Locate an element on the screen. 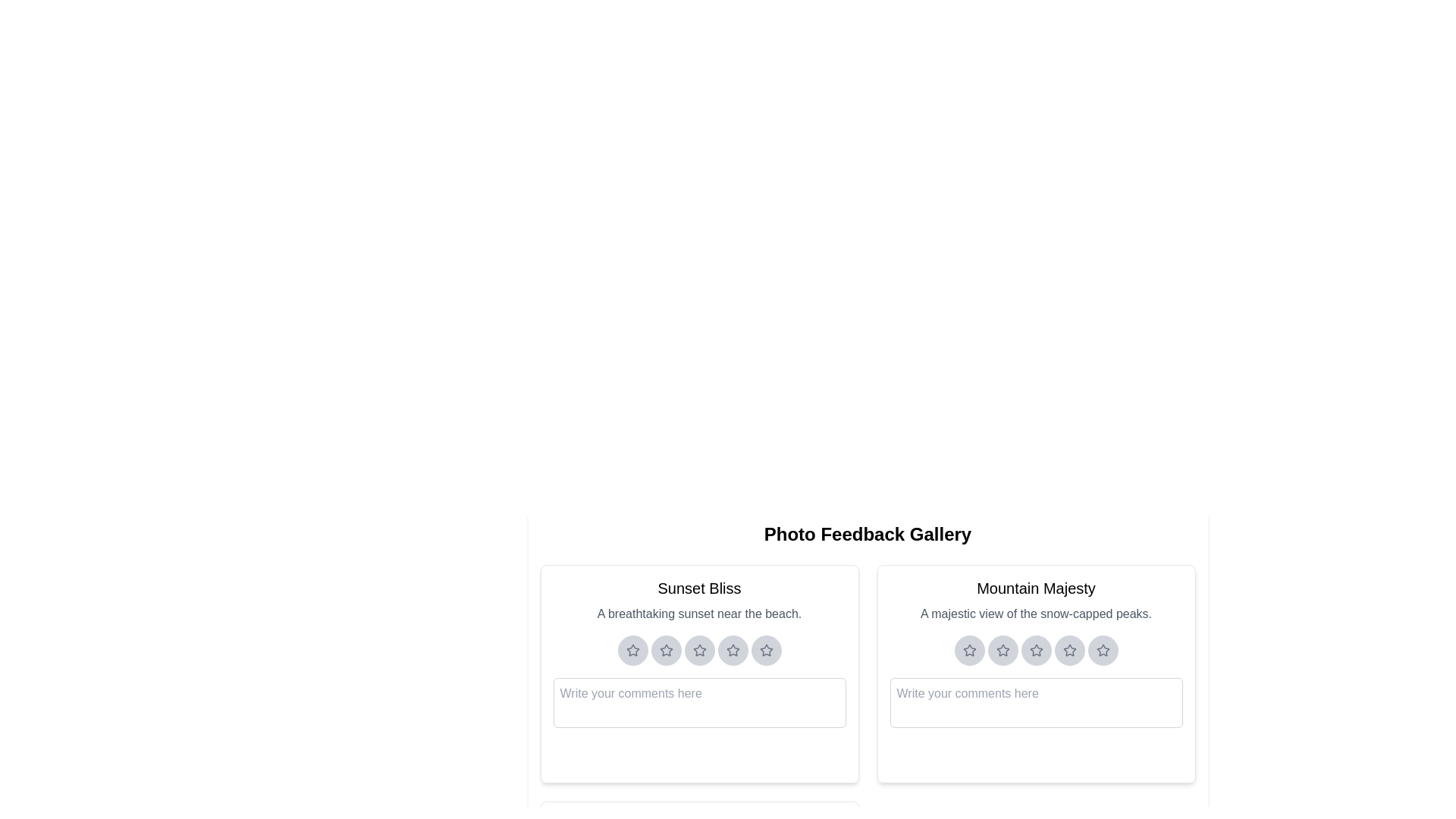  the star icons in the 'Mountain Majesty' feedback card to trigger the tooltip or highlight effect is located at coordinates (1035, 673).